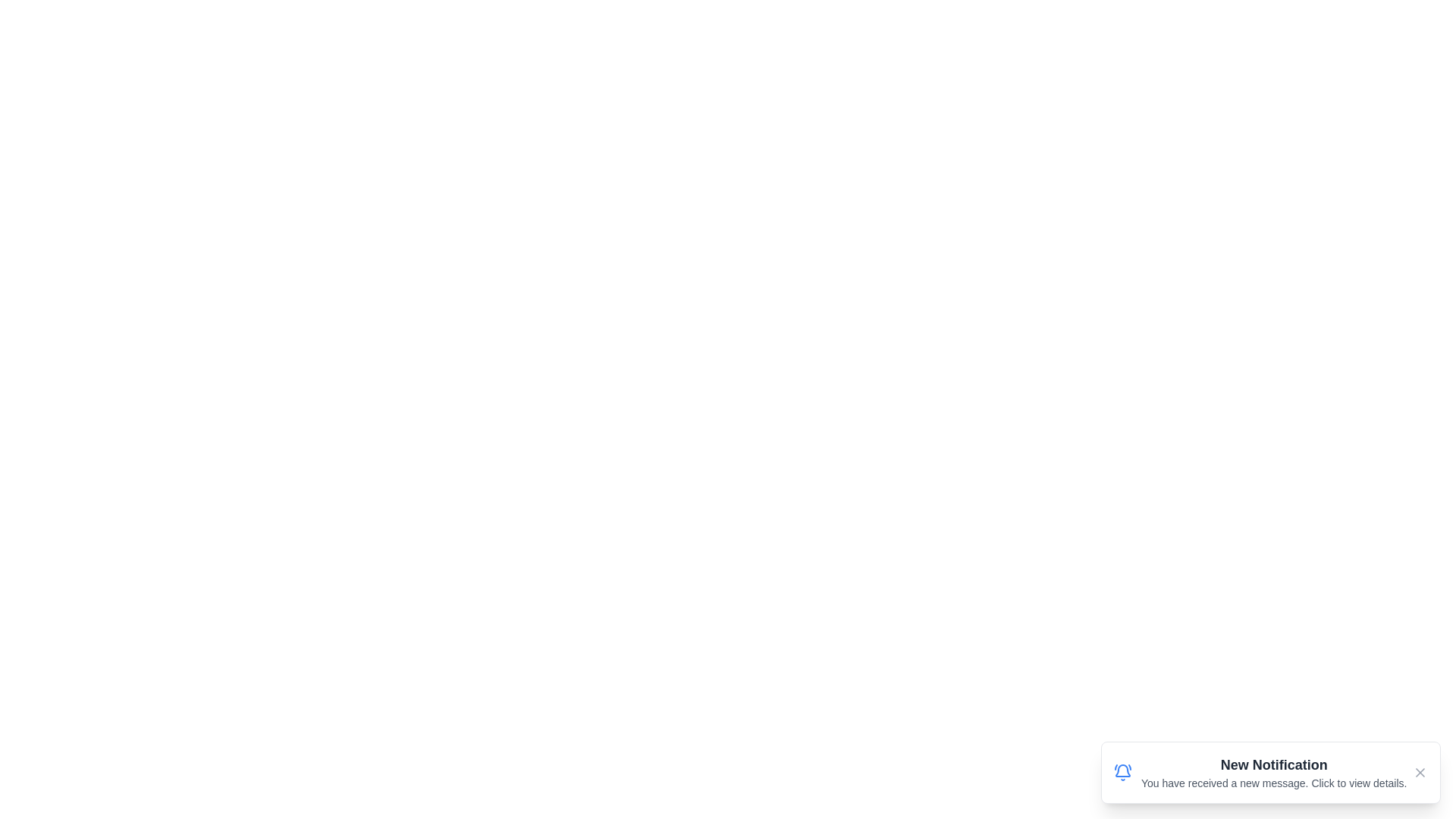  I want to click on the bell icon located in the bottom-right corner of the page, which represents notifications and is positioned beside the 'New Notification' text, so click(1123, 772).